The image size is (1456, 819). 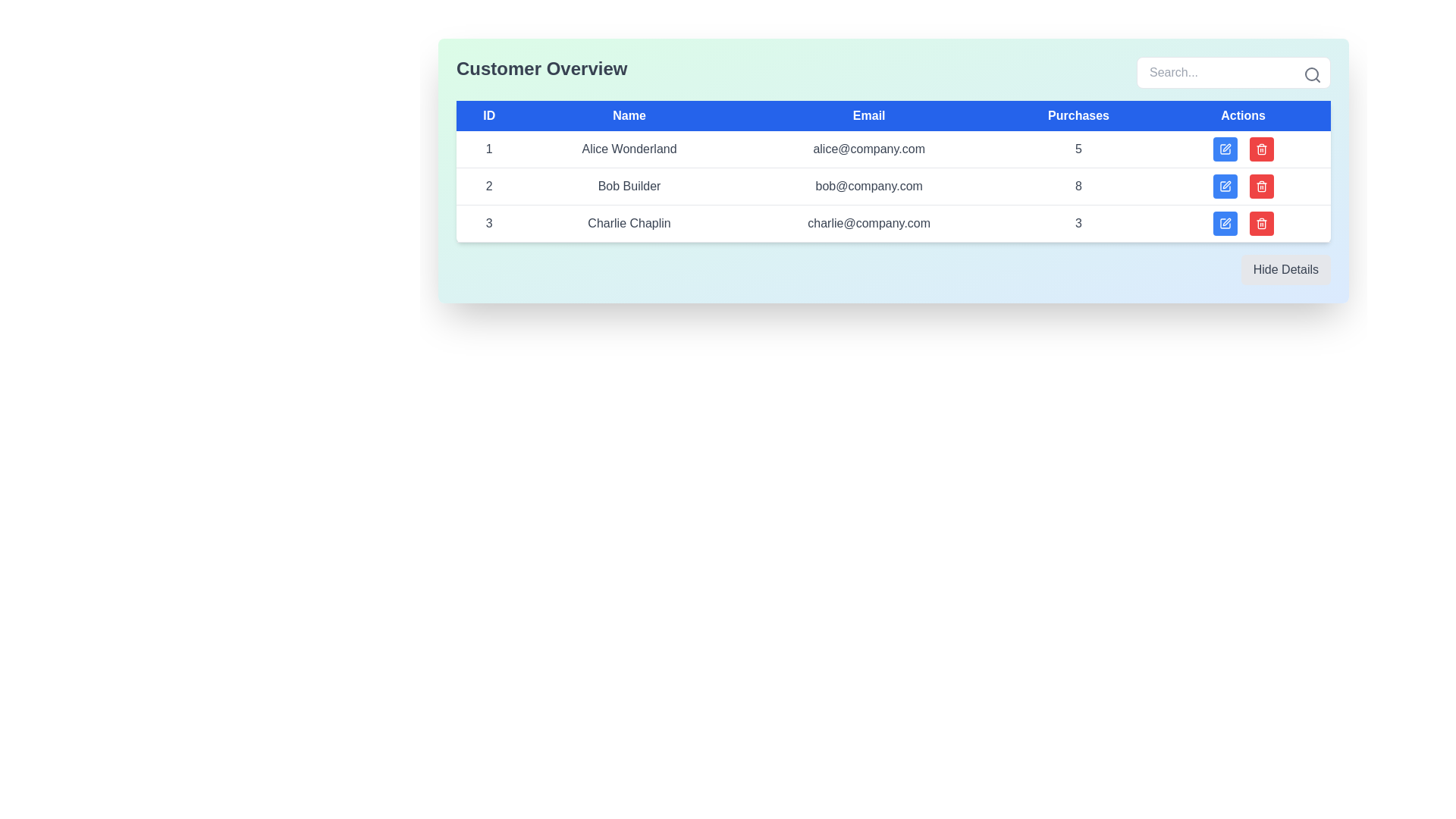 I want to click on the numeric value '3' displayed in gray color within the 'Purchases' column of the data table, located in the last row associated with 'Charlie Chaplin', so click(x=1078, y=223).